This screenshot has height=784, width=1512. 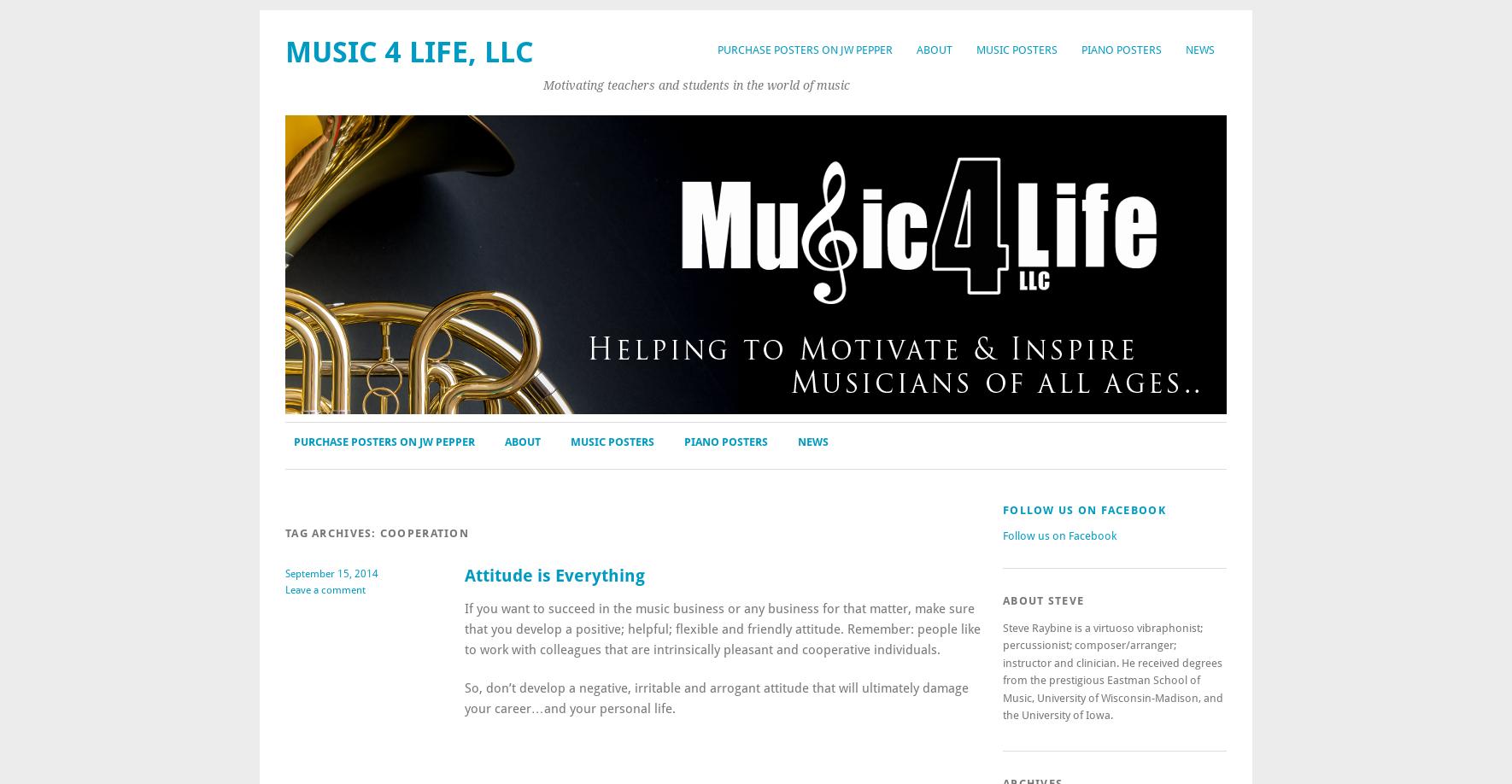 I want to click on 'cooperation', so click(x=424, y=533).